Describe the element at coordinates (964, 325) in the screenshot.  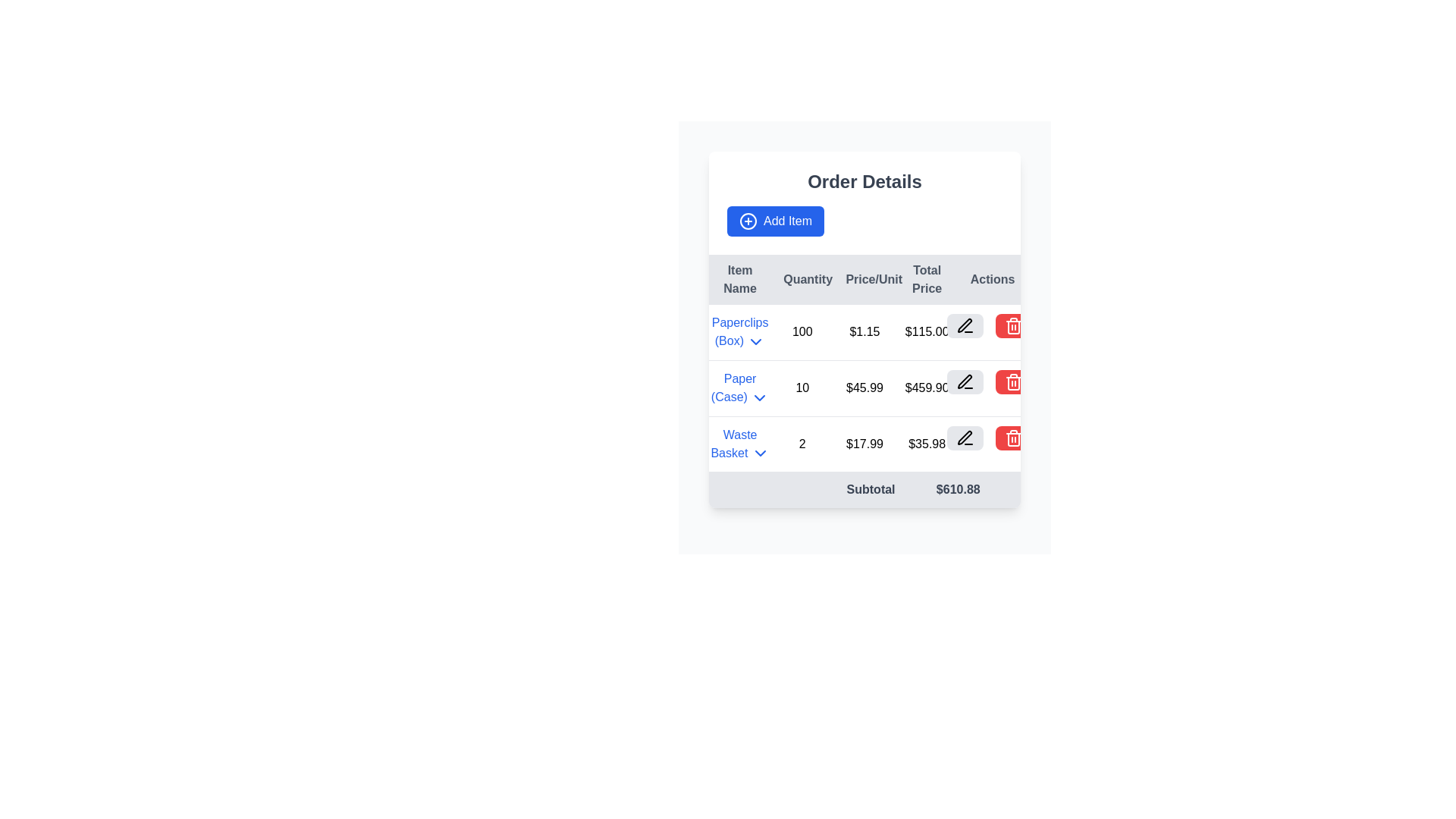
I see `the edit button for the table entry labeled 'Paperclips (Box)'` at that location.